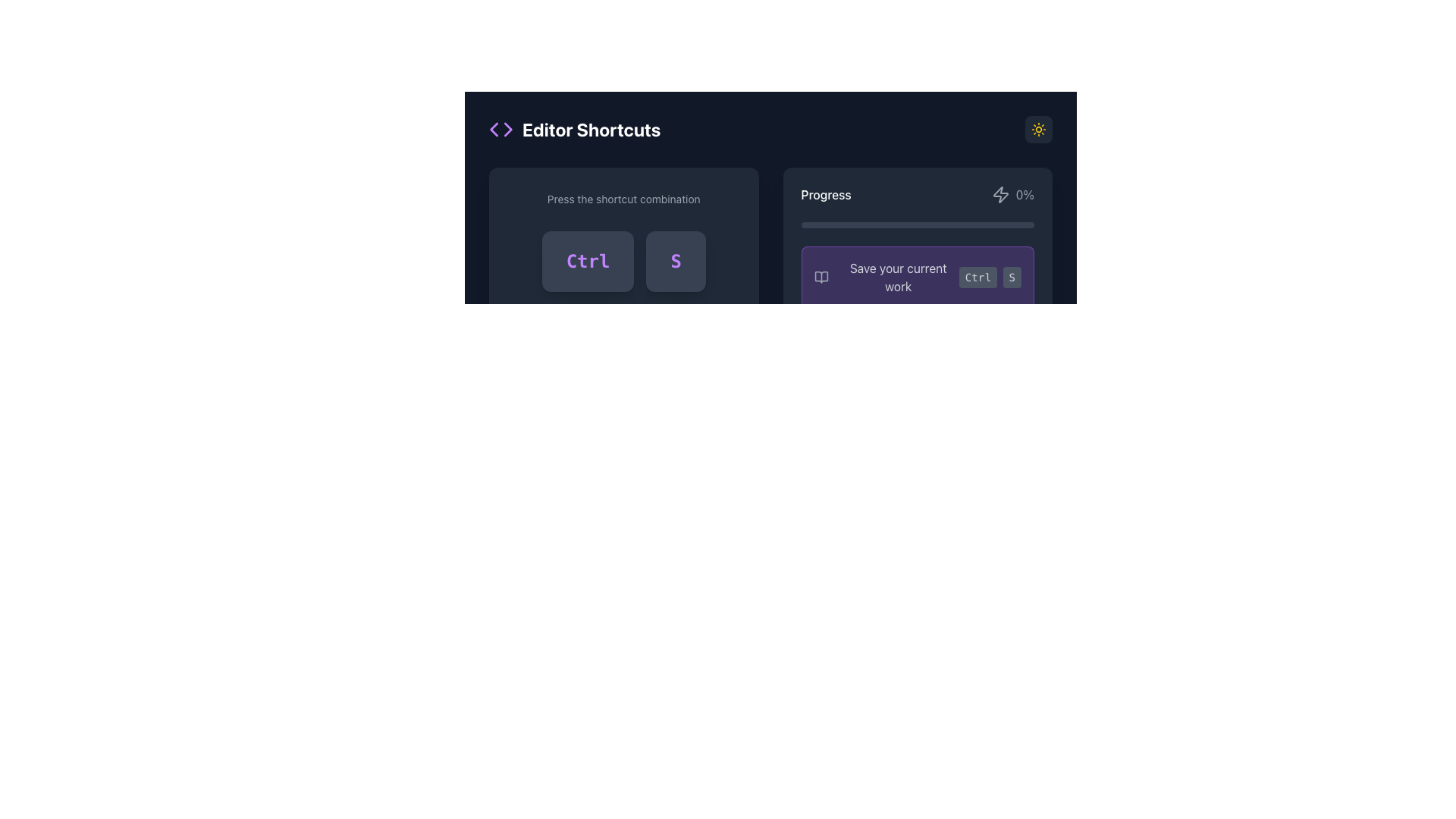  I want to click on the static text label displaying 'Progress', which is positioned to the left of an icon and a text showing '0%', located in the upper right of the interface, so click(825, 194).